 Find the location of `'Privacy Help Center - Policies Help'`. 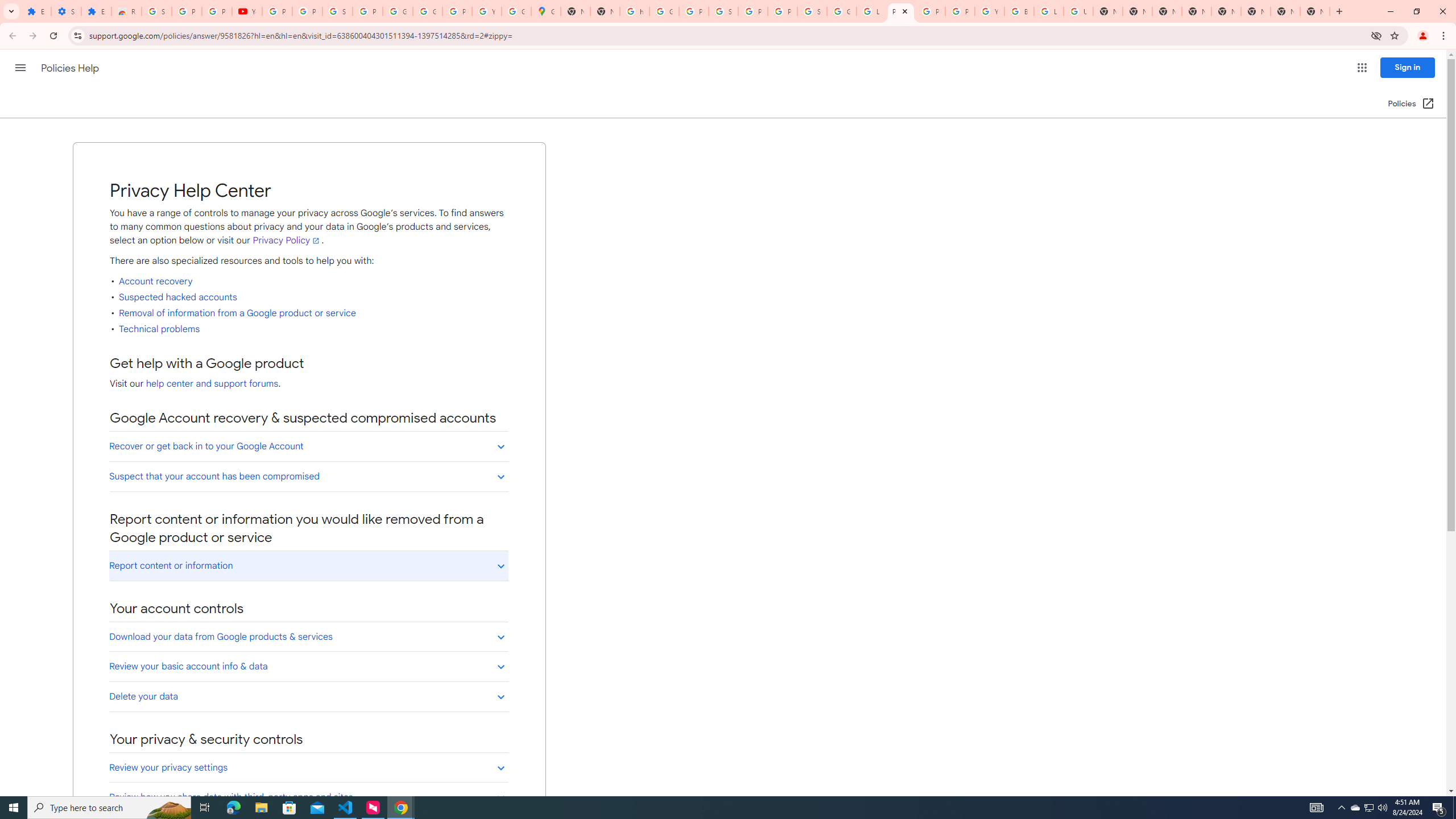

'Privacy Help Center - Policies Help' is located at coordinates (929, 11).